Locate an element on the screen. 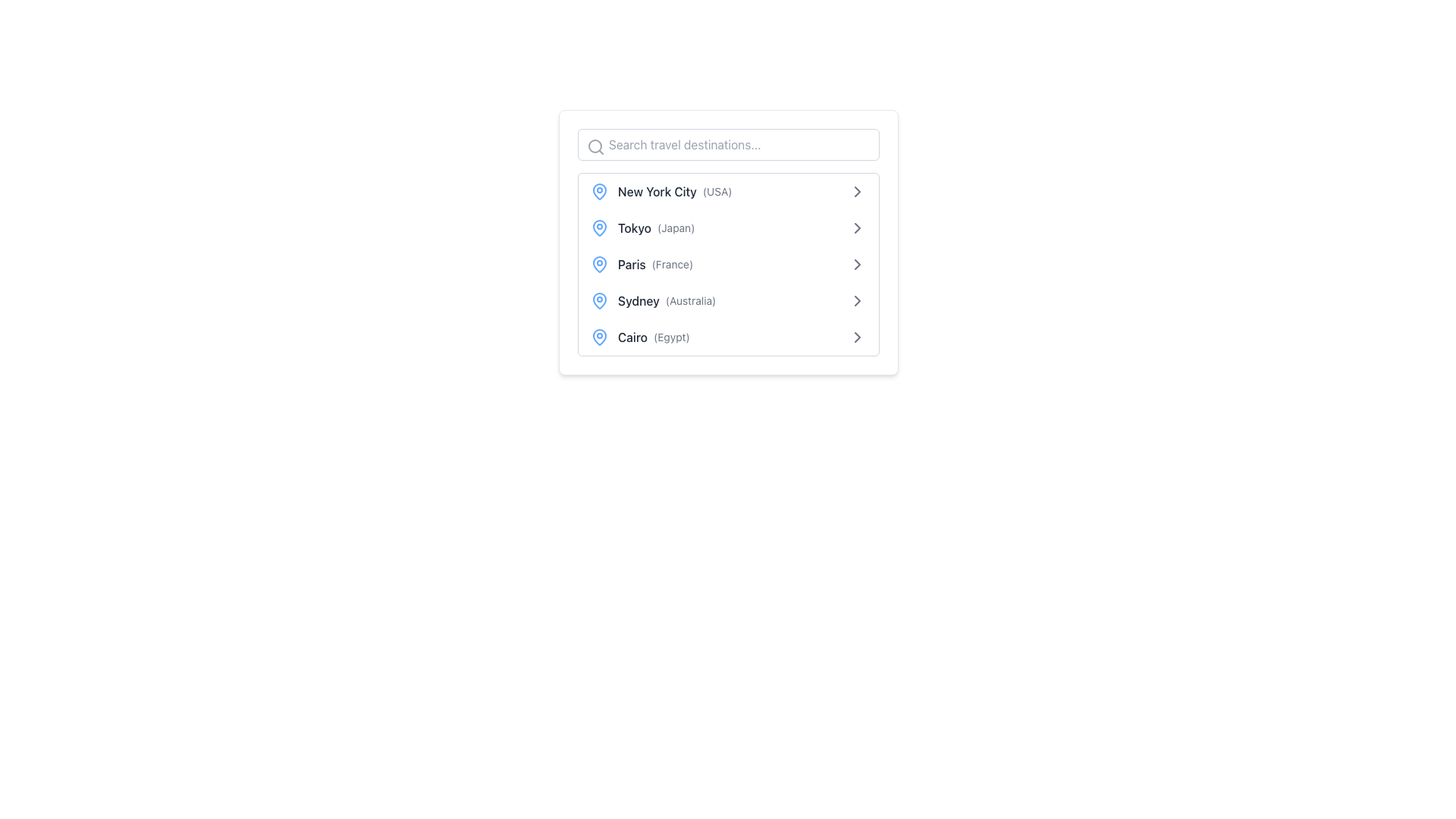  the third row destination item in the list, which is positioned between 'Tokyo (Japan)' and 'Sydney (Australia)' is located at coordinates (728, 263).